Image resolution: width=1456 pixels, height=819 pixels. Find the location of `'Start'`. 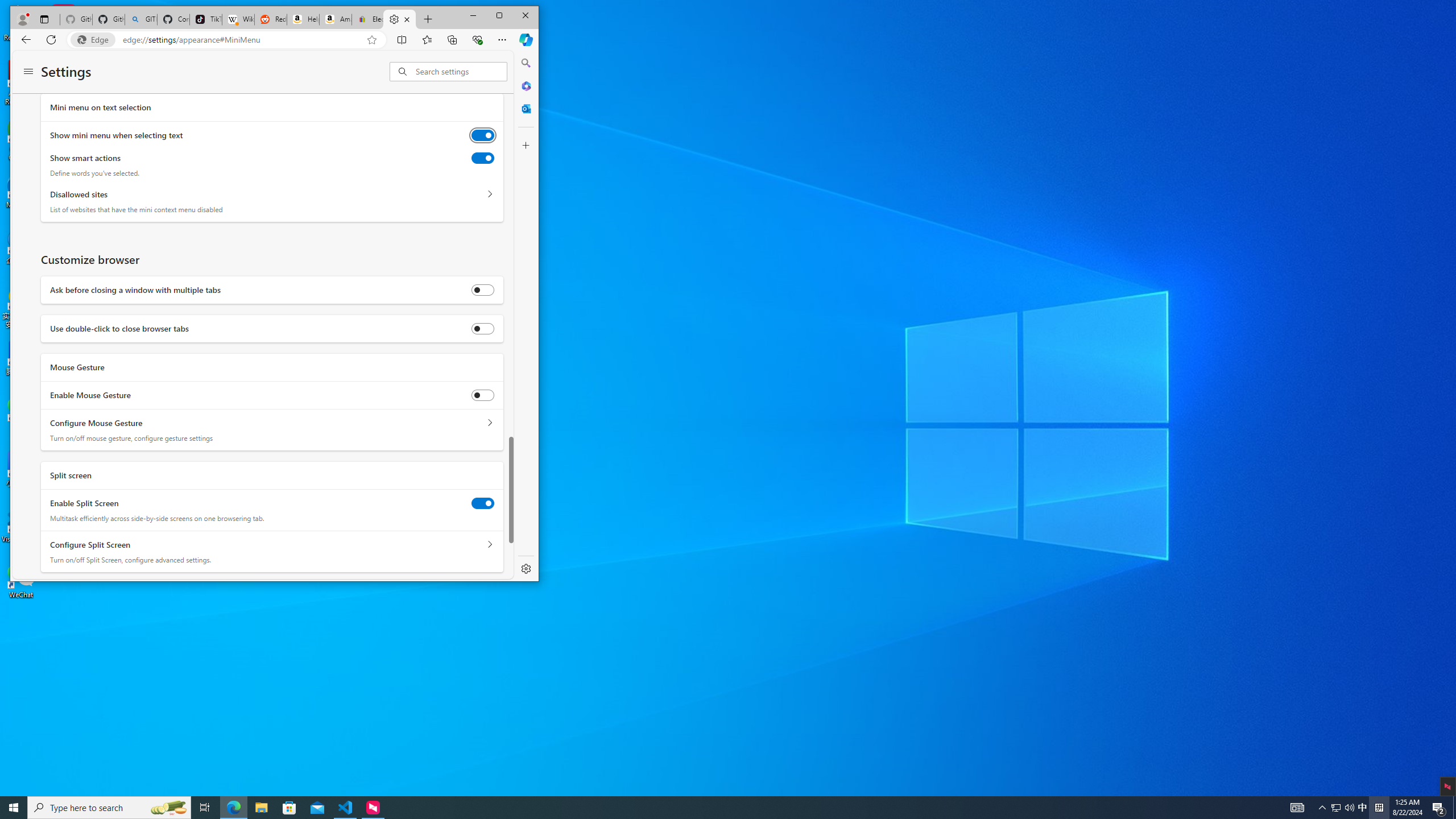

'Start' is located at coordinates (14, 806).